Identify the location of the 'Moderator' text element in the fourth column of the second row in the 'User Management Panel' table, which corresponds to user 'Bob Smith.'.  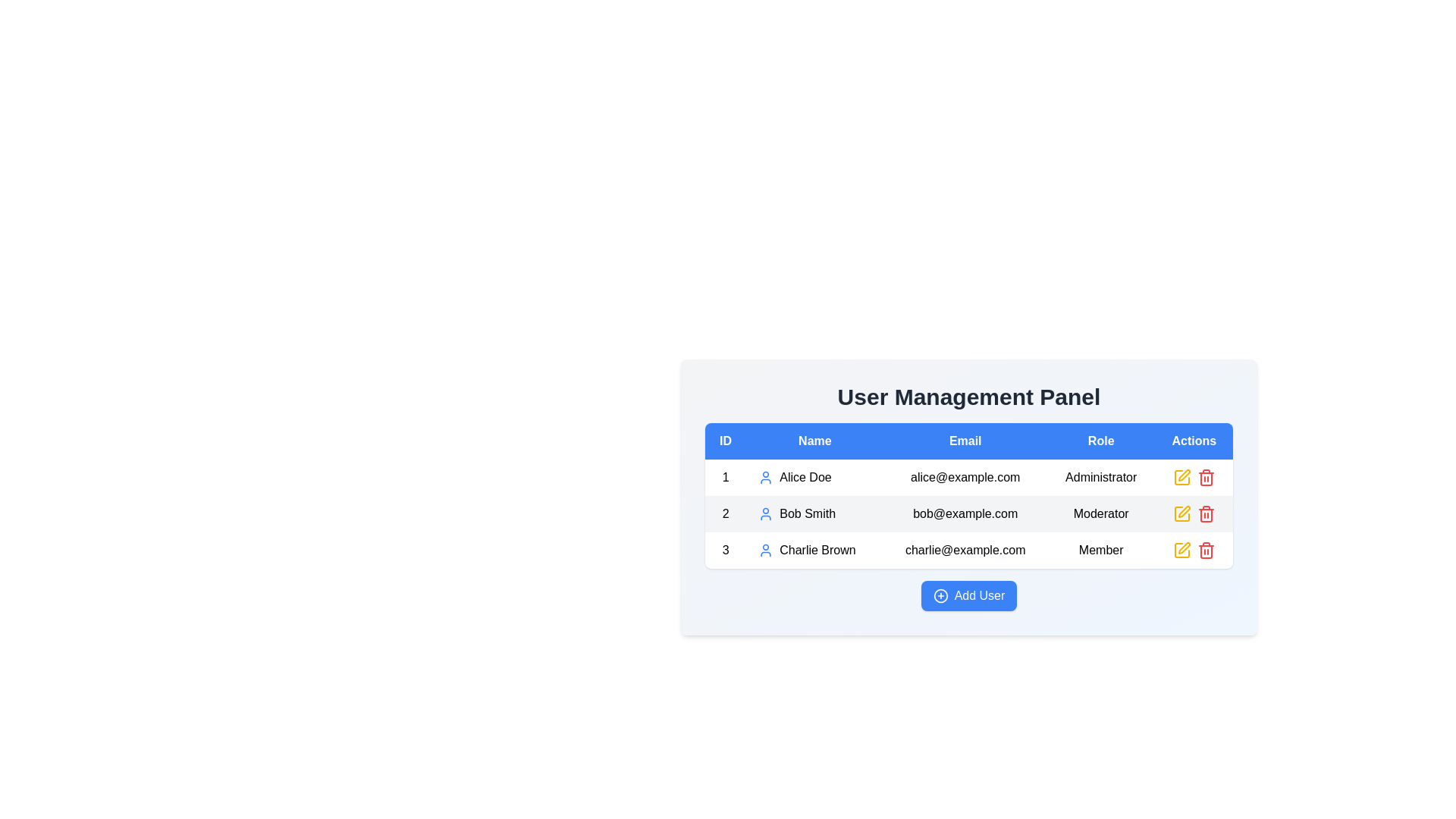
(1101, 513).